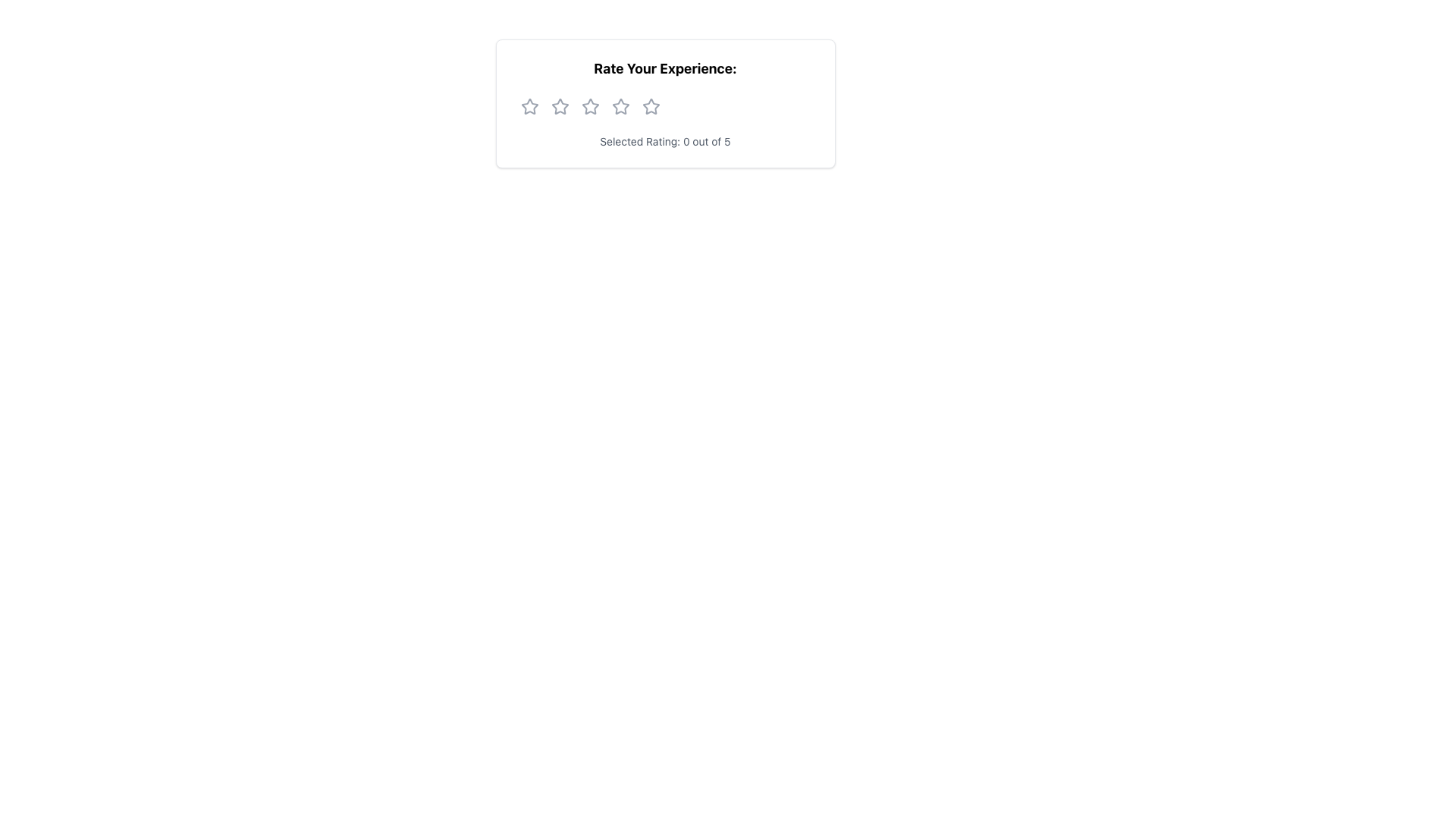  I want to click on the second star icon in the 'Rate Your Experience' card, so click(589, 105).